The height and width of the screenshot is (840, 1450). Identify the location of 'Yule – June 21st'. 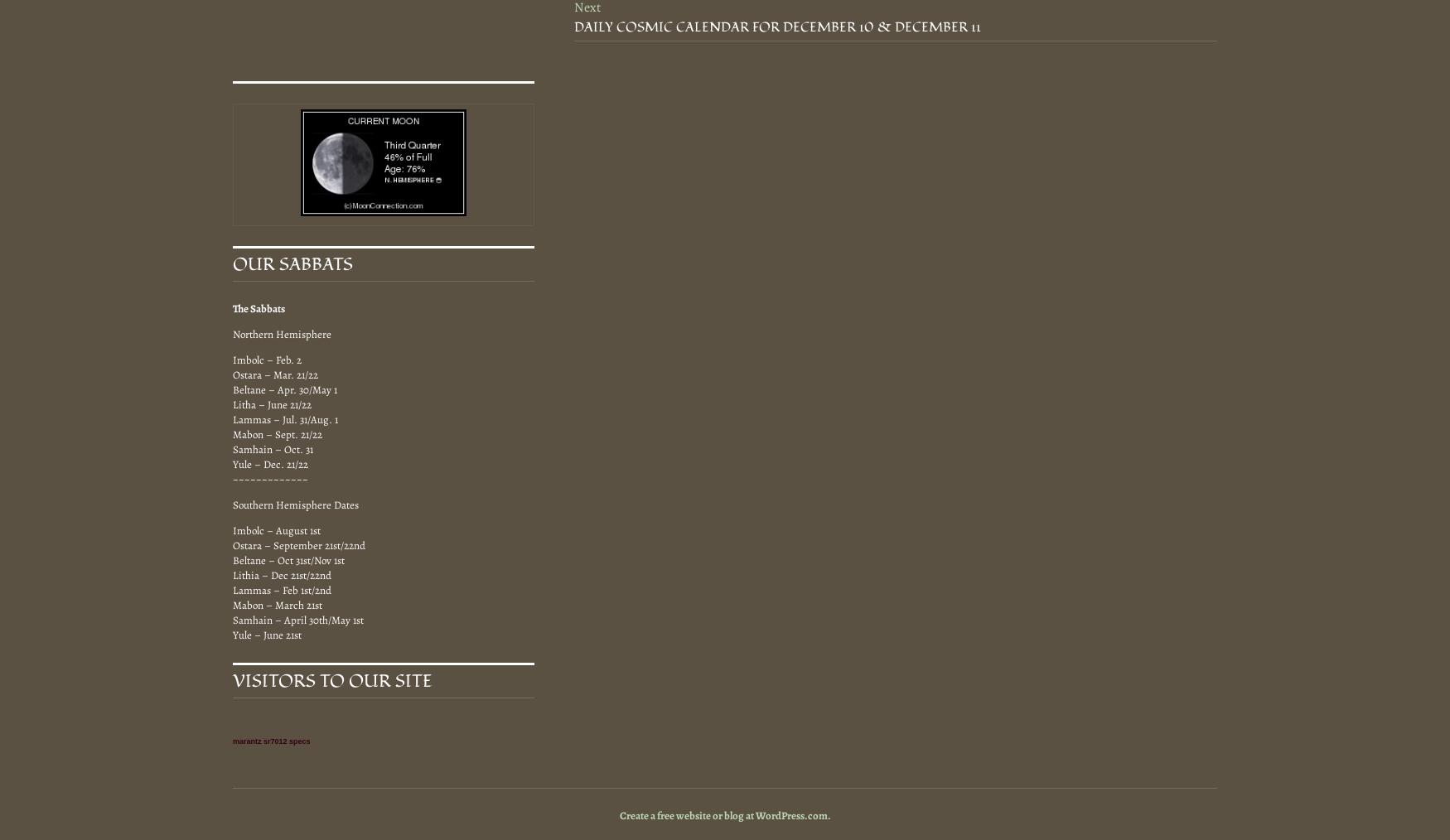
(267, 634).